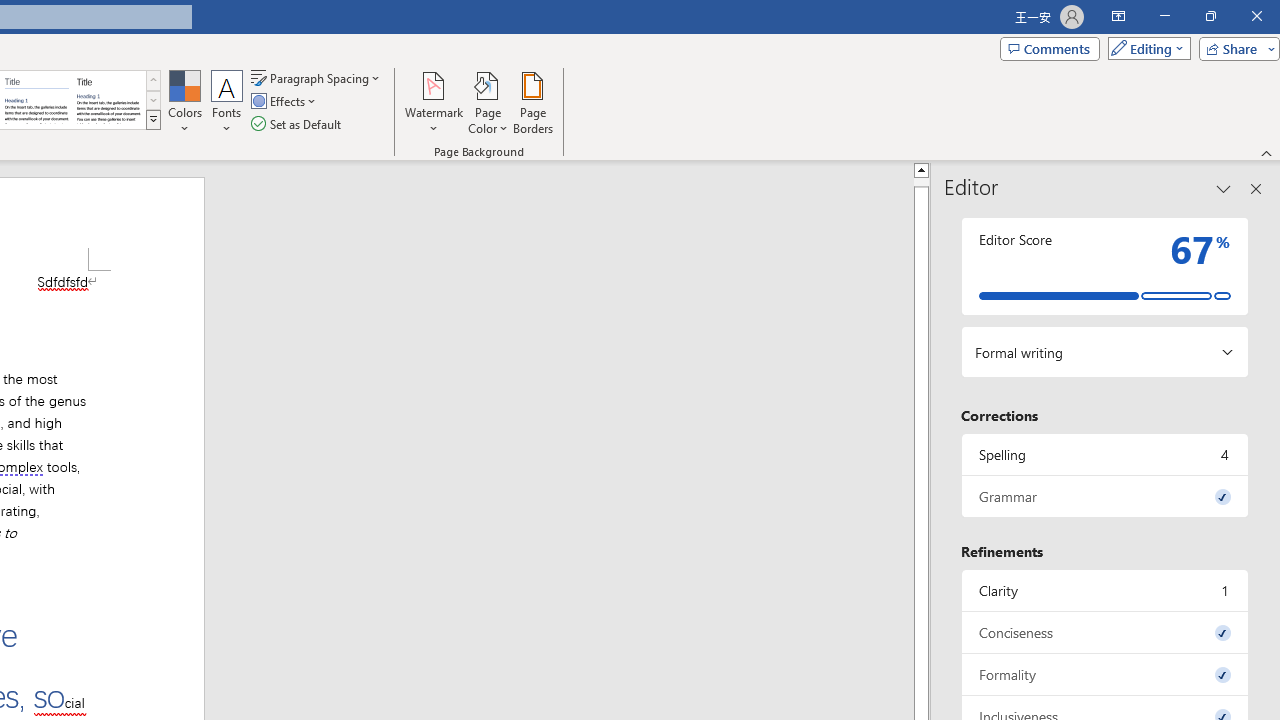 This screenshot has width=1280, height=720. Describe the element at coordinates (152, 120) in the screenshot. I see `'Style Set'` at that location.